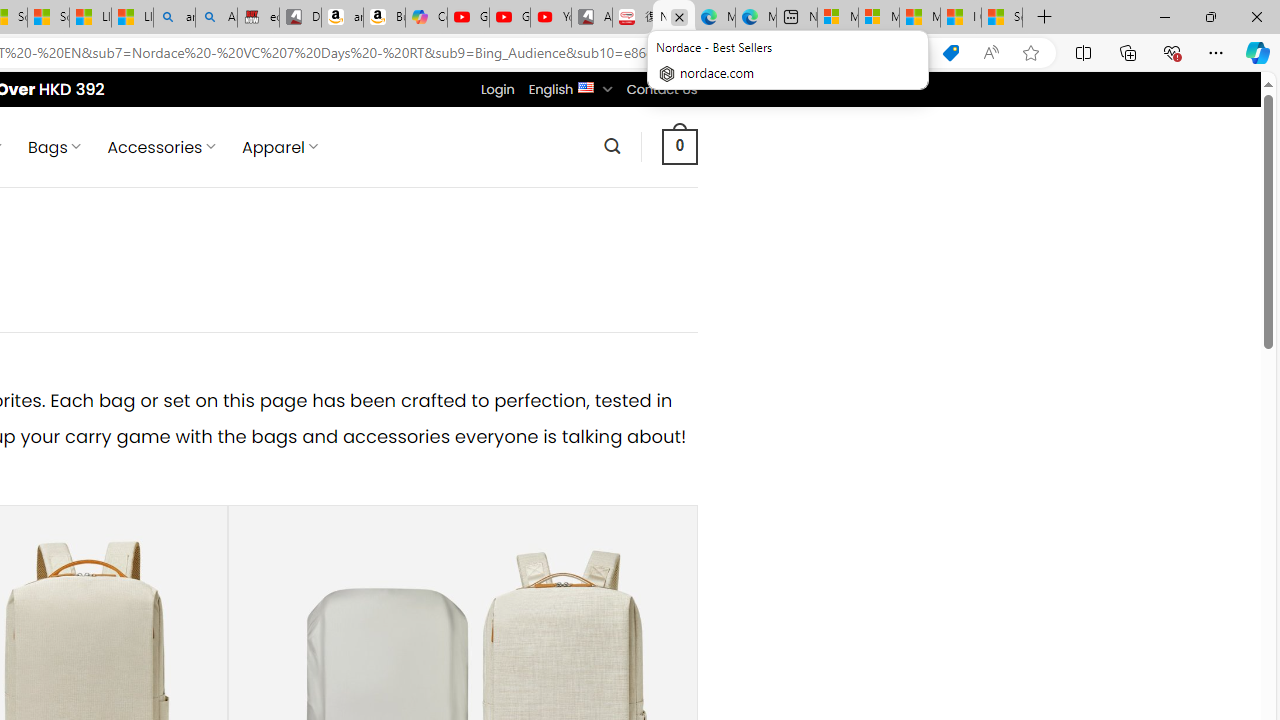 This screenshot has height=720, width=1280. I want to click on '  0  ', so click(679, 145).